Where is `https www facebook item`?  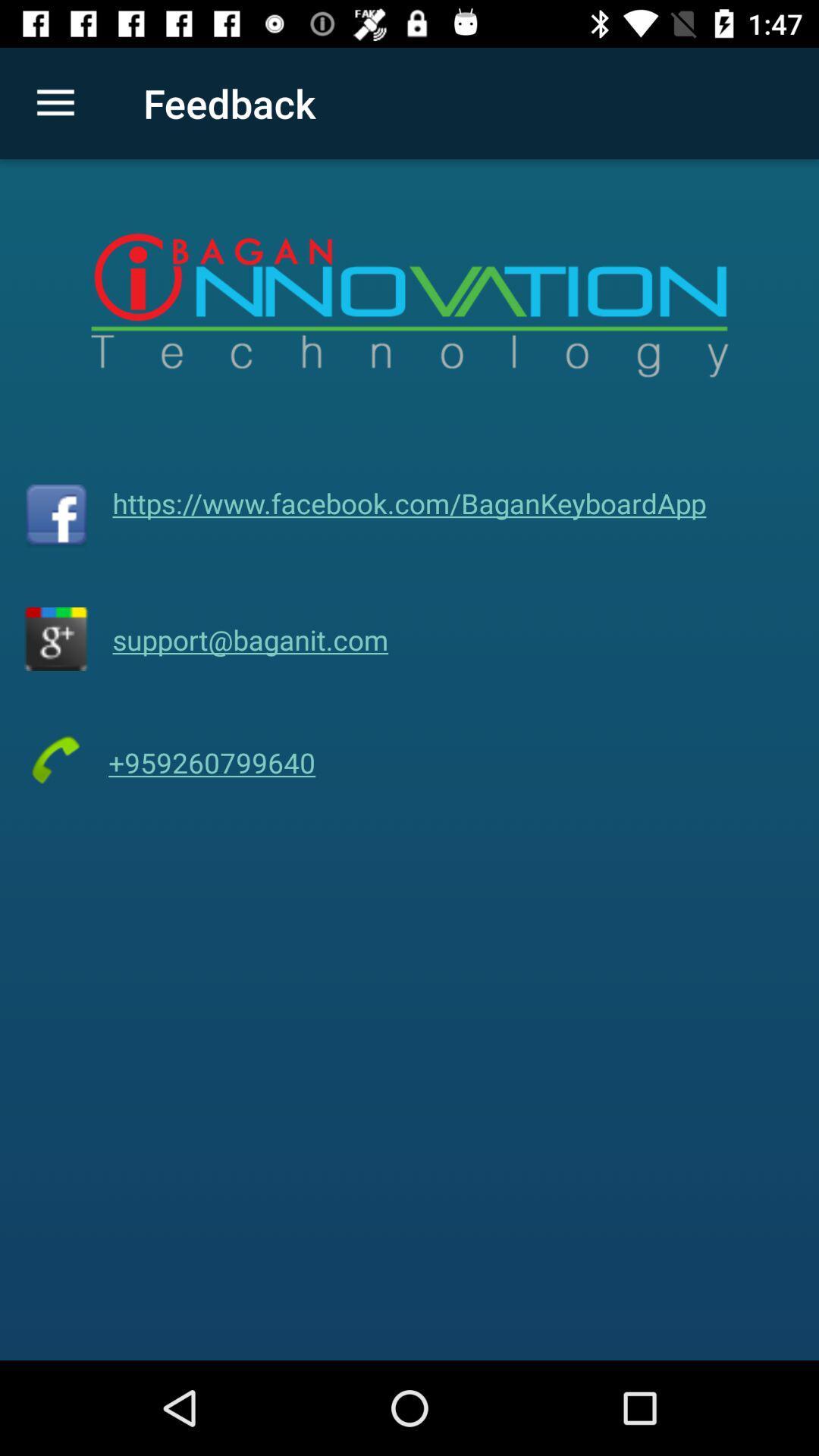
https www facebook item is located at coordinates (409, 503).